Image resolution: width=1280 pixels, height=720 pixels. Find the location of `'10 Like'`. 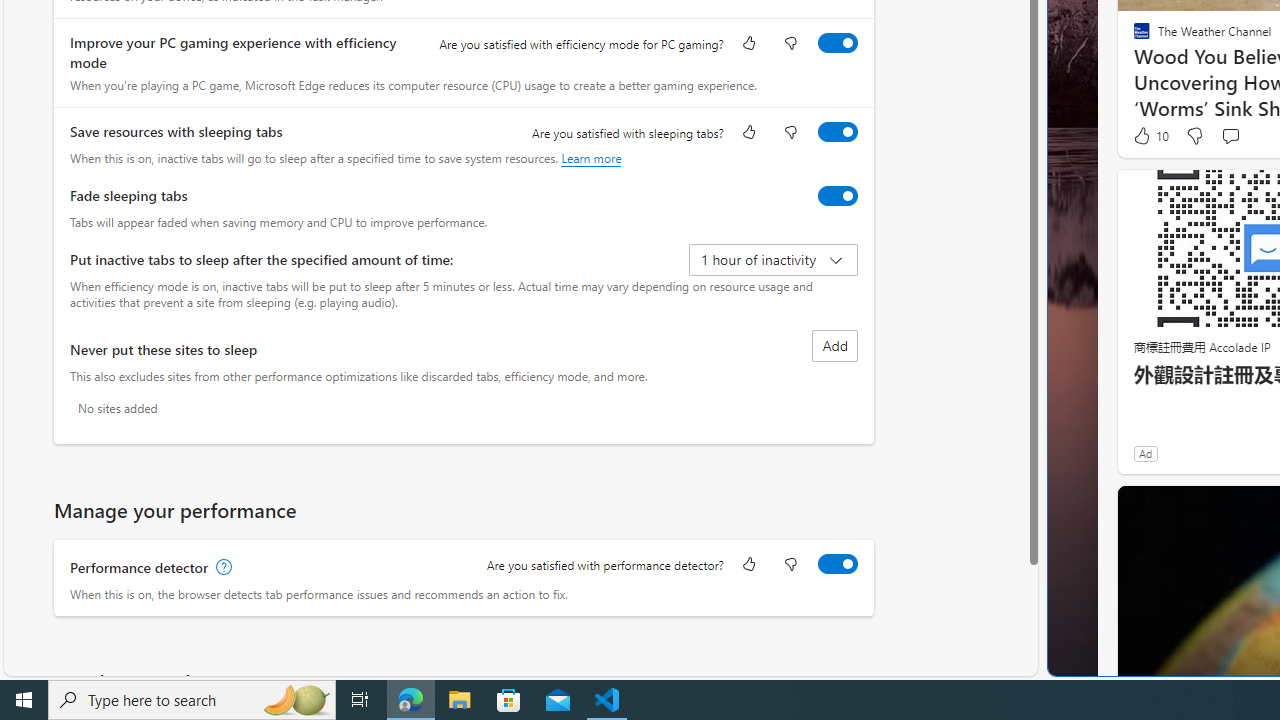

'10 Like' is located at coordinates (1150, 135).